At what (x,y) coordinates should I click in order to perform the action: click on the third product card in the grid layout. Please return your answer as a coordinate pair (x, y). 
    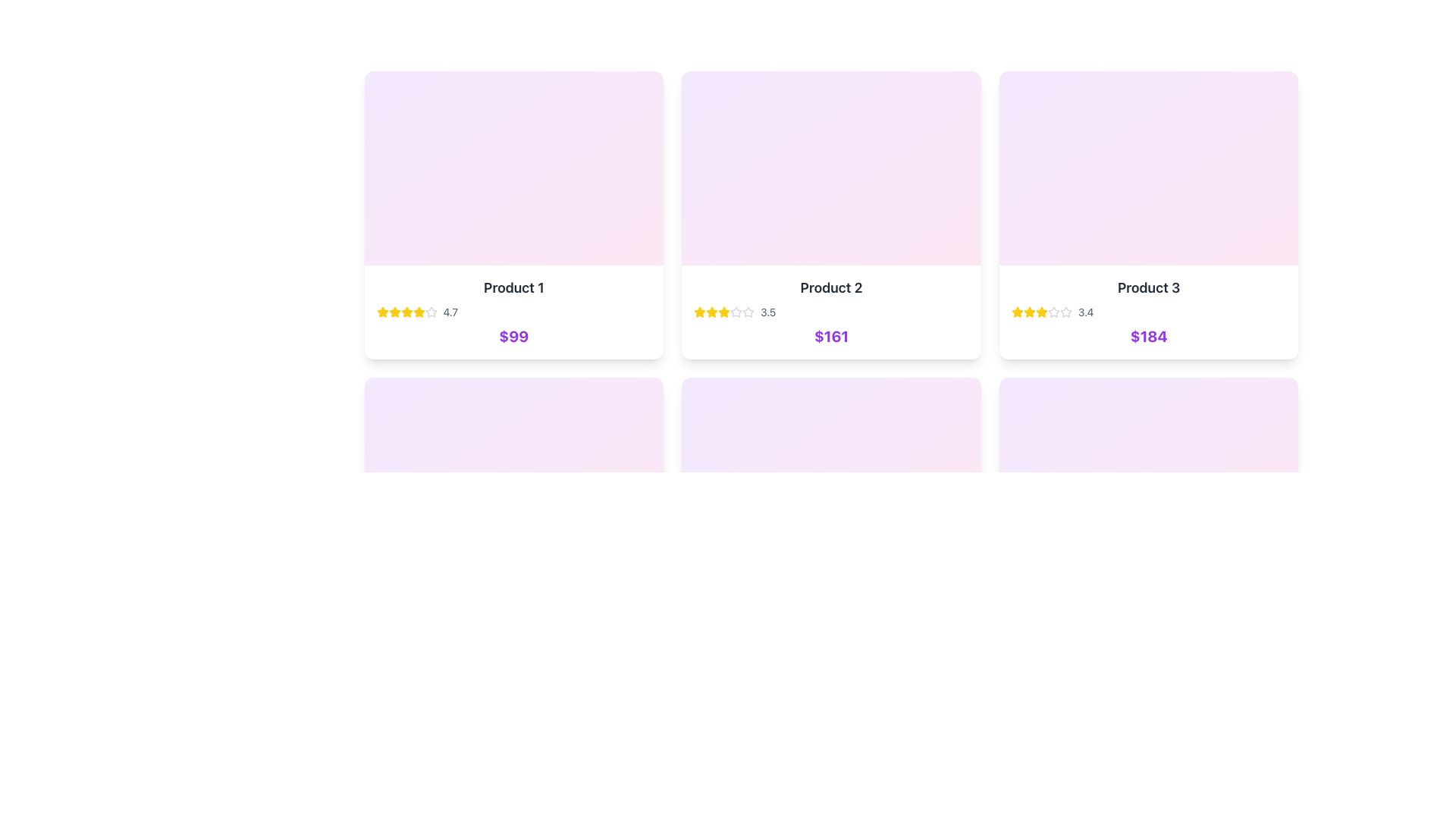
    Looking at the image, I should click on (1149, 215).